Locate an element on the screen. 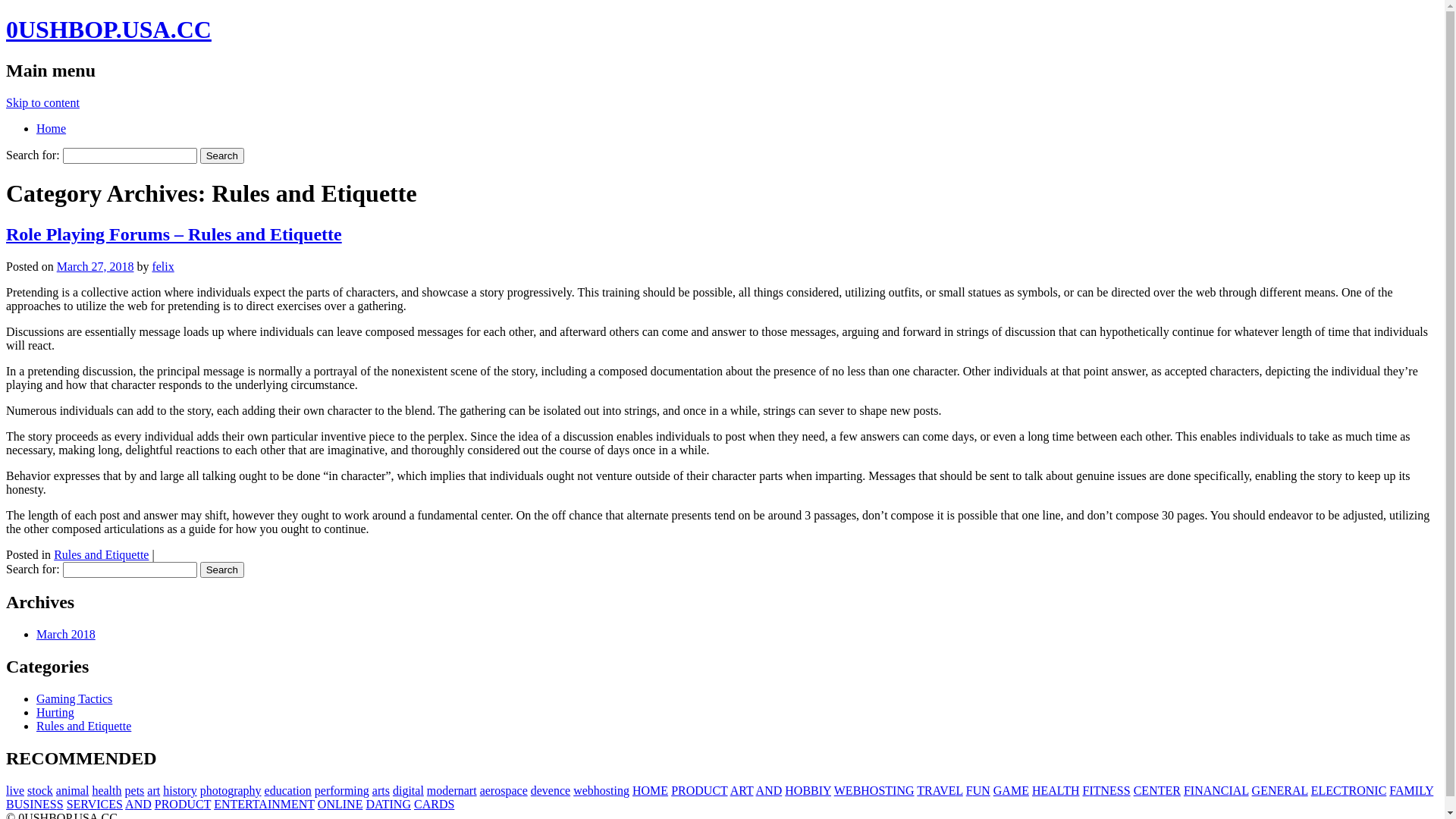 The height and width of the screenshot is (819, 1456). 'Y' is located at coordinates (1423, 789).